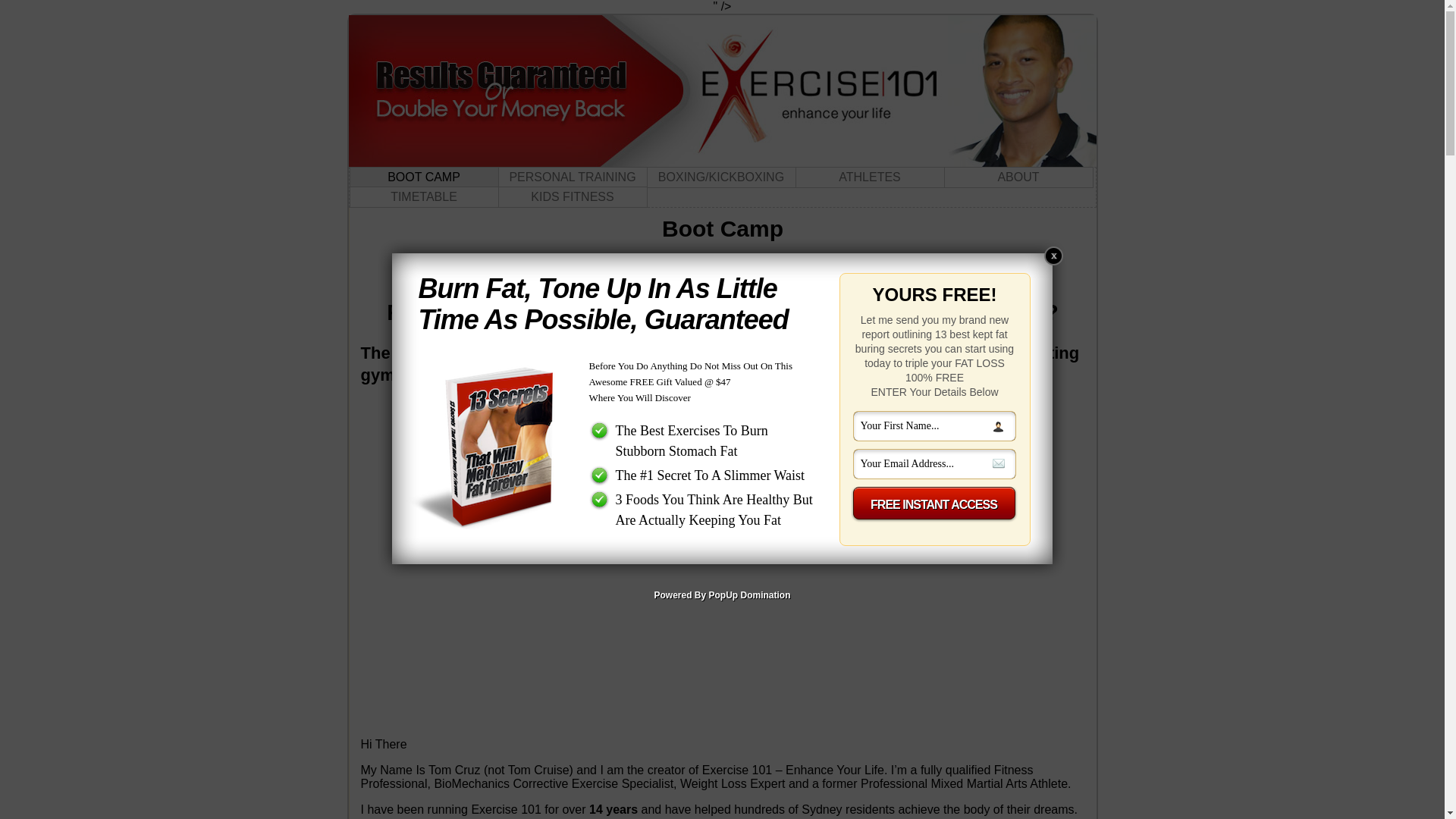 This screenshot has width=1456, height=819. What do you see at coordinates (869, 177) in the screenshot?
I see `'ATHLETES'` at bounding box center [869, 177].